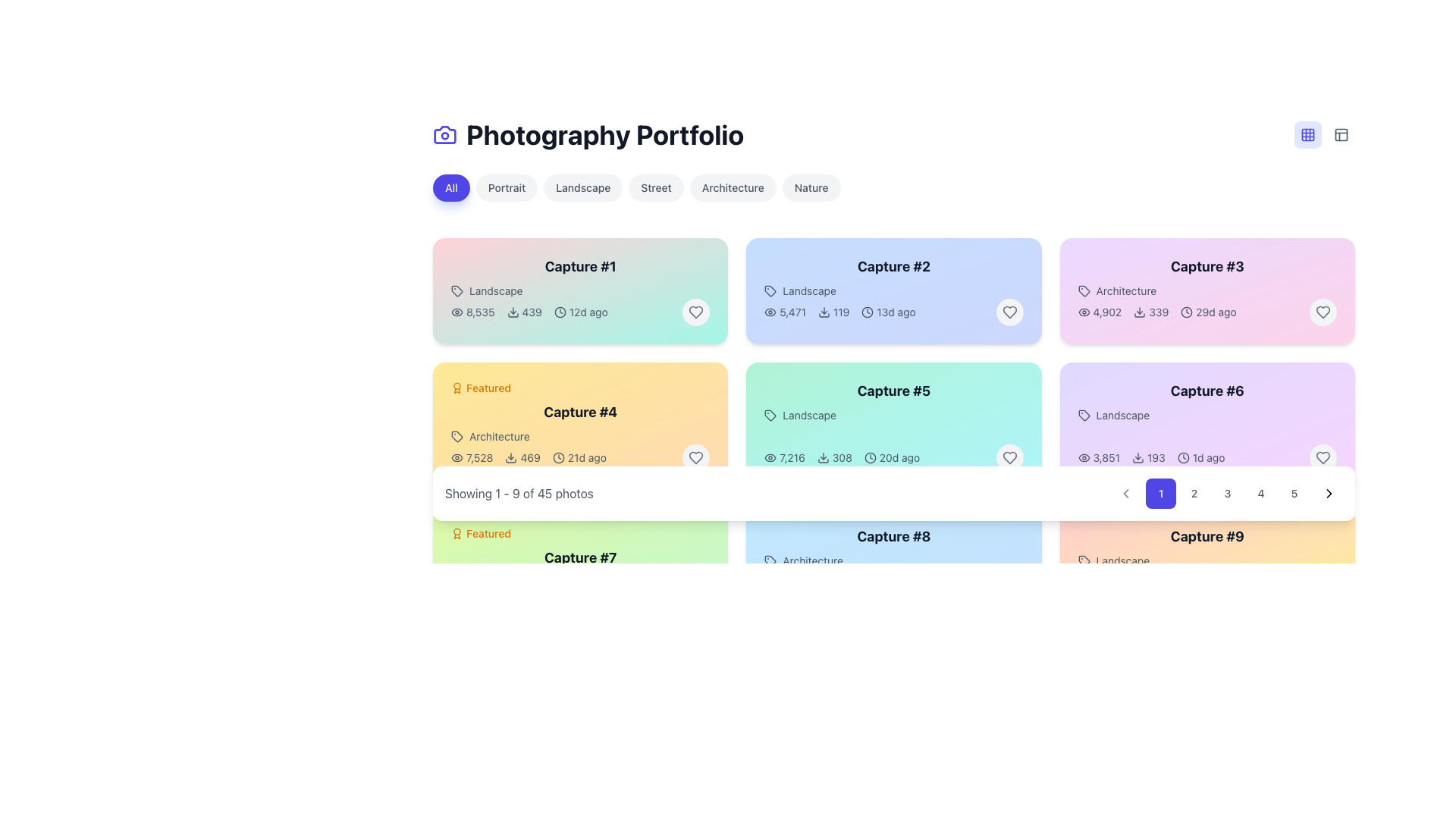 The width and height of the screenshot is (1456, 819). Describe the element at coordinates (1227, 494) in the screenshot. I see `the third pagination button` at that location.